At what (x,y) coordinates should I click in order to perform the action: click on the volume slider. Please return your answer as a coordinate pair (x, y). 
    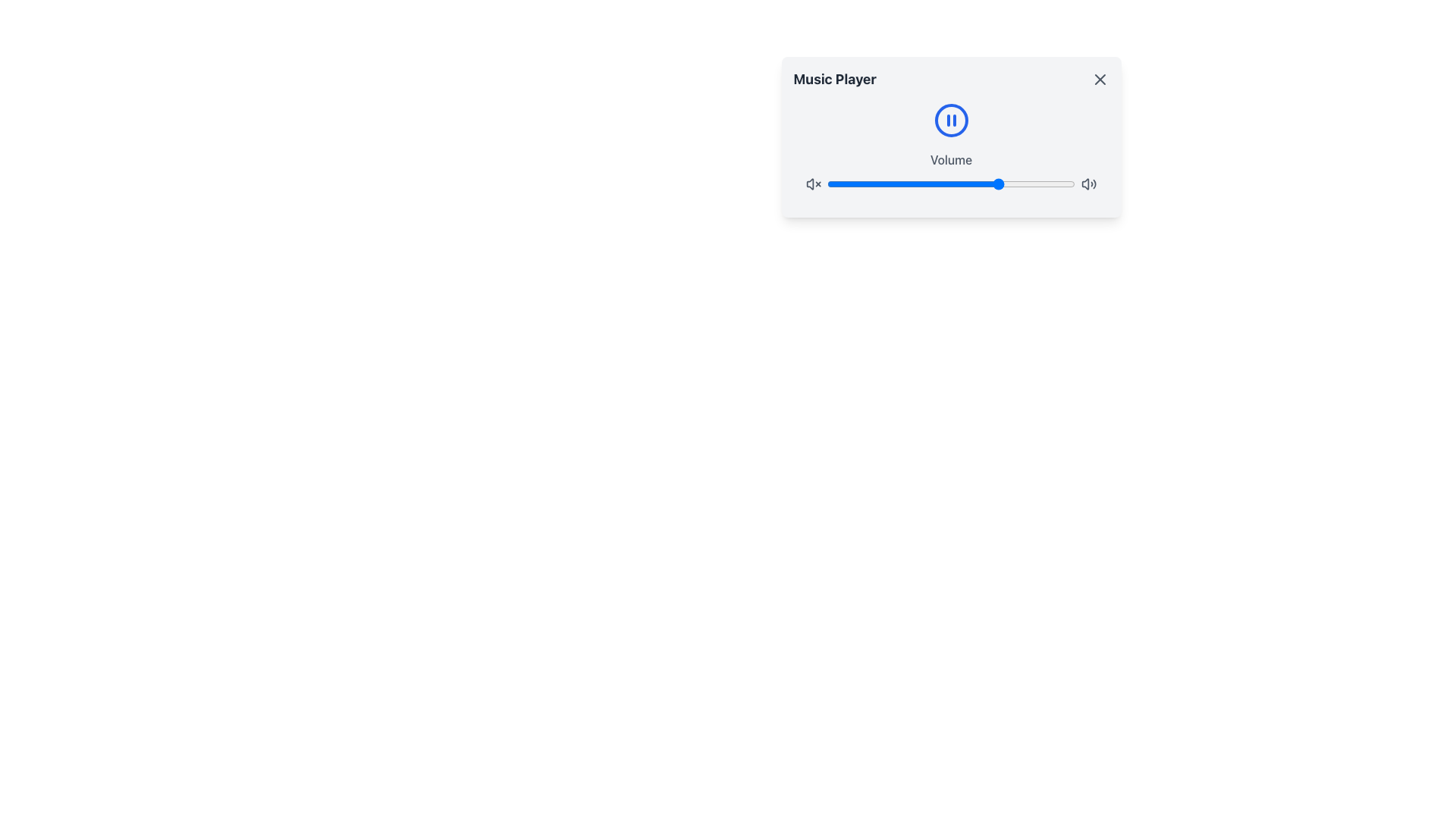
    Looking at the image, I should click on (978, 184).